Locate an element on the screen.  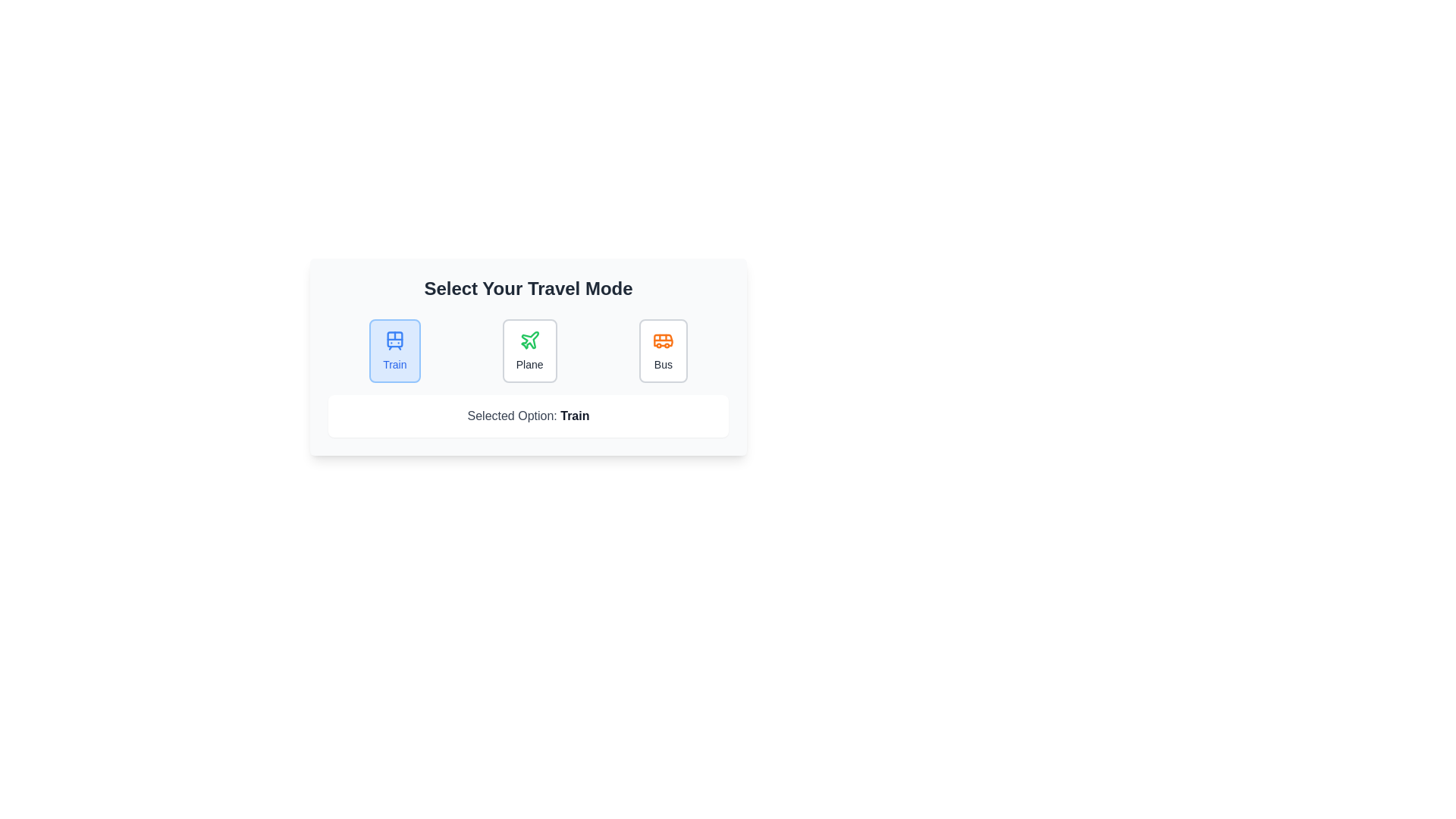
the bold, centered title 'Select Your Travel Mode' which is positioned above the travel mode options is located at coordinates (528, 289).